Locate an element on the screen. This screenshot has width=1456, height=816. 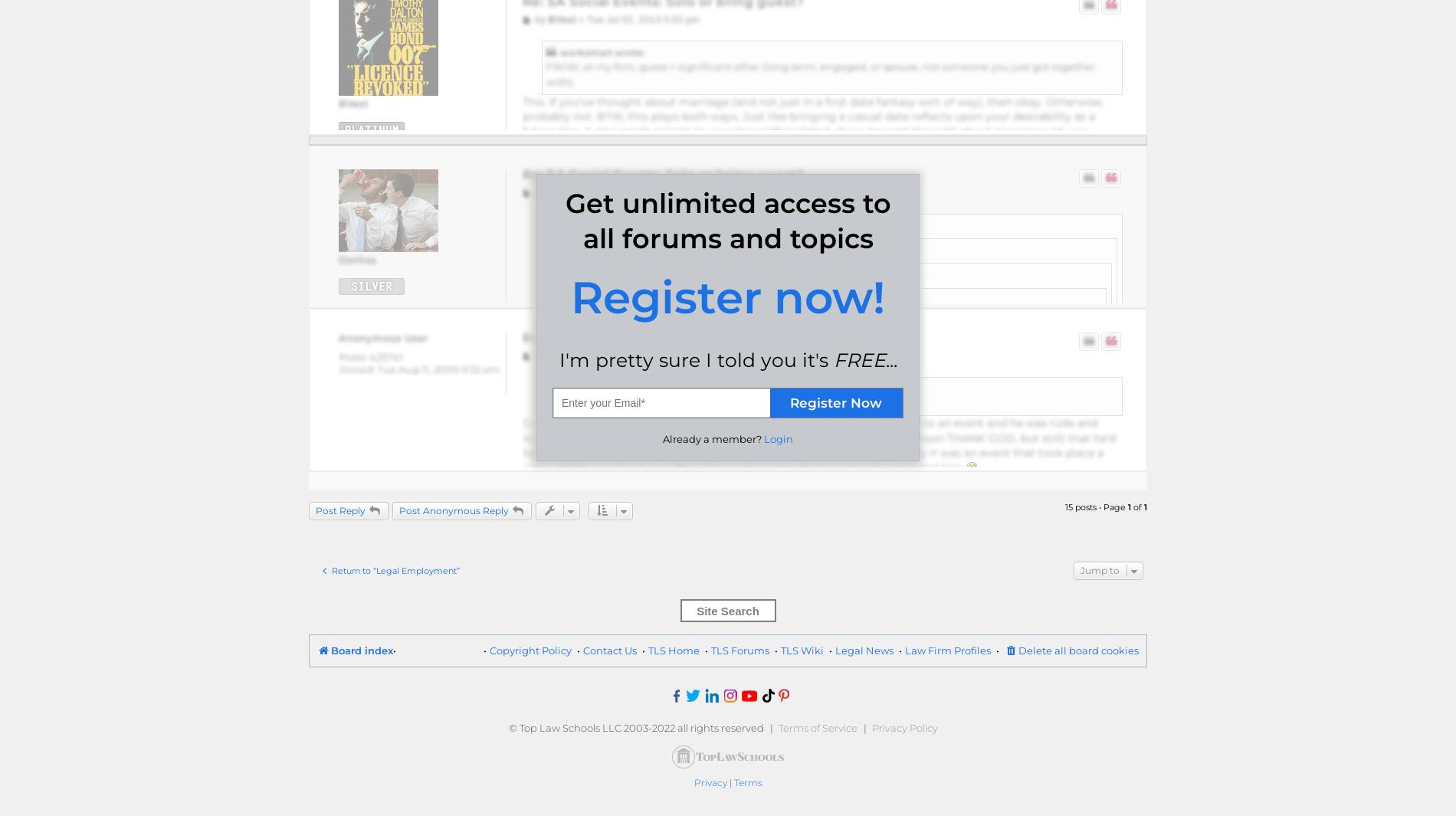
'Privacy' is located at coordinates (692, 782).